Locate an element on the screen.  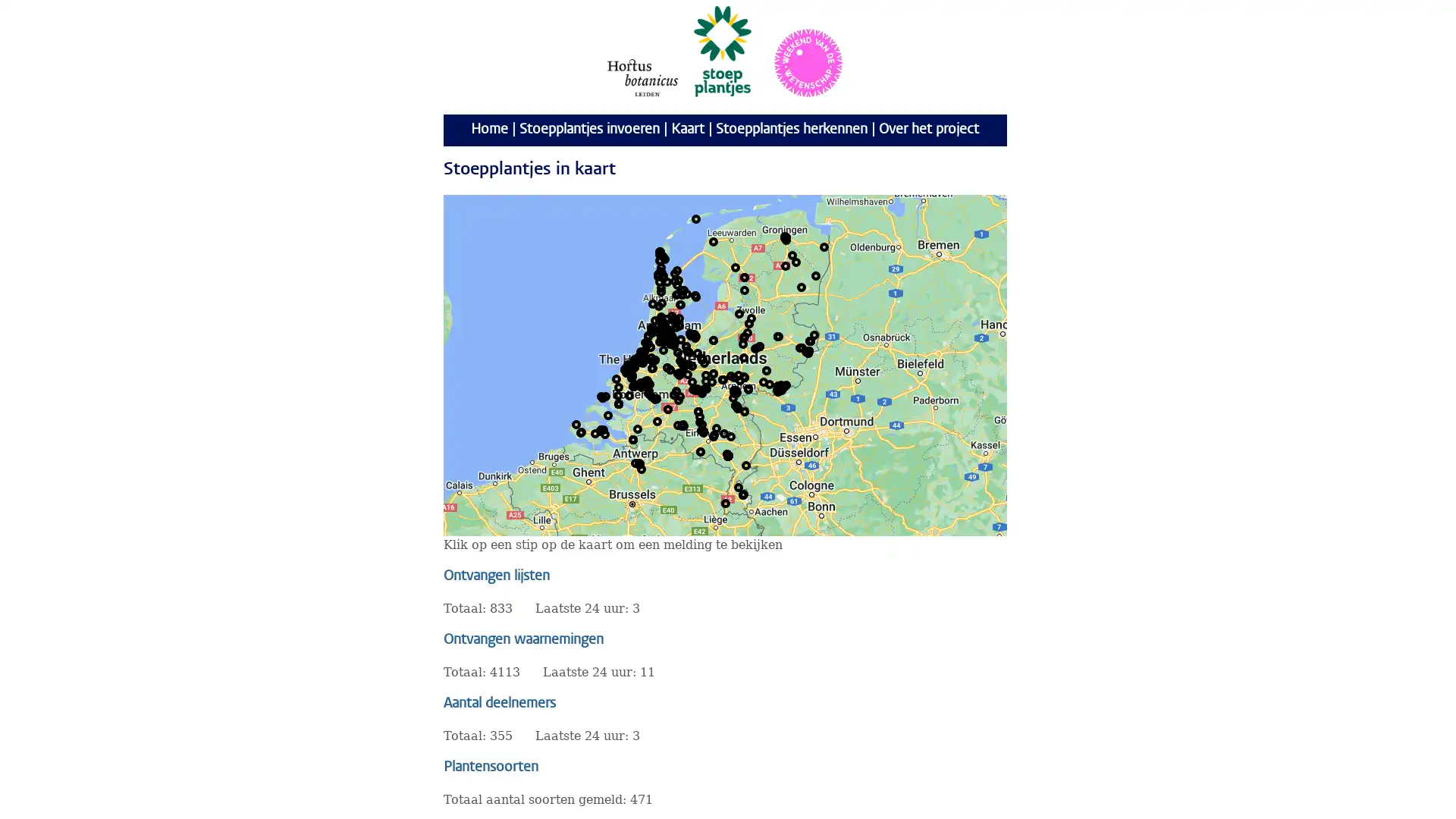
Telling van Be op 05 oktober 2021 is located at coordinates (655, 359).